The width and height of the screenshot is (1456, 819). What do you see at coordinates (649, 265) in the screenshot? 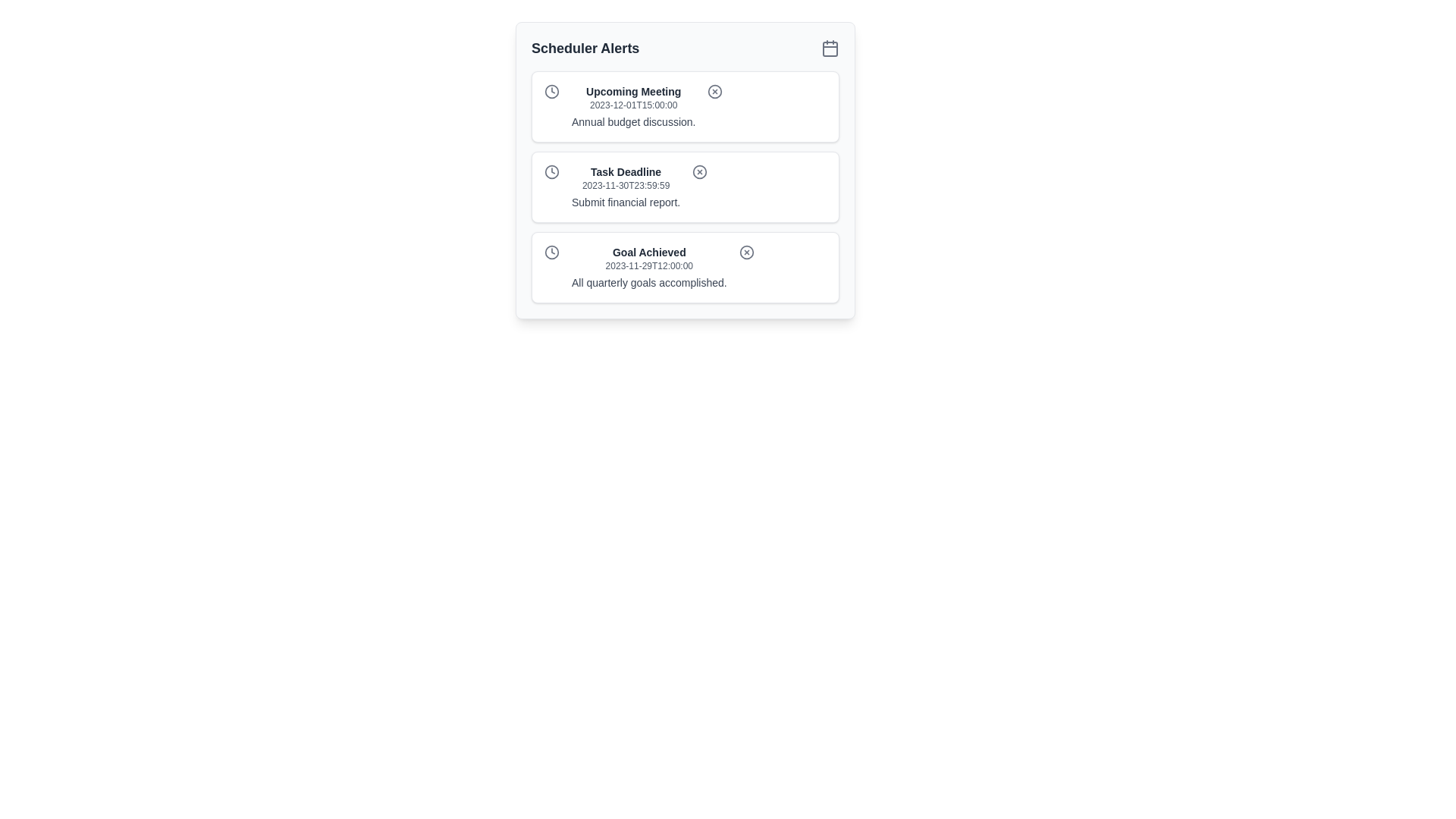
I see `the timestamp text display located in the 'Goal Achieved' card within the 'Scheduler Alerts' section` at bounding box center [649, 265].